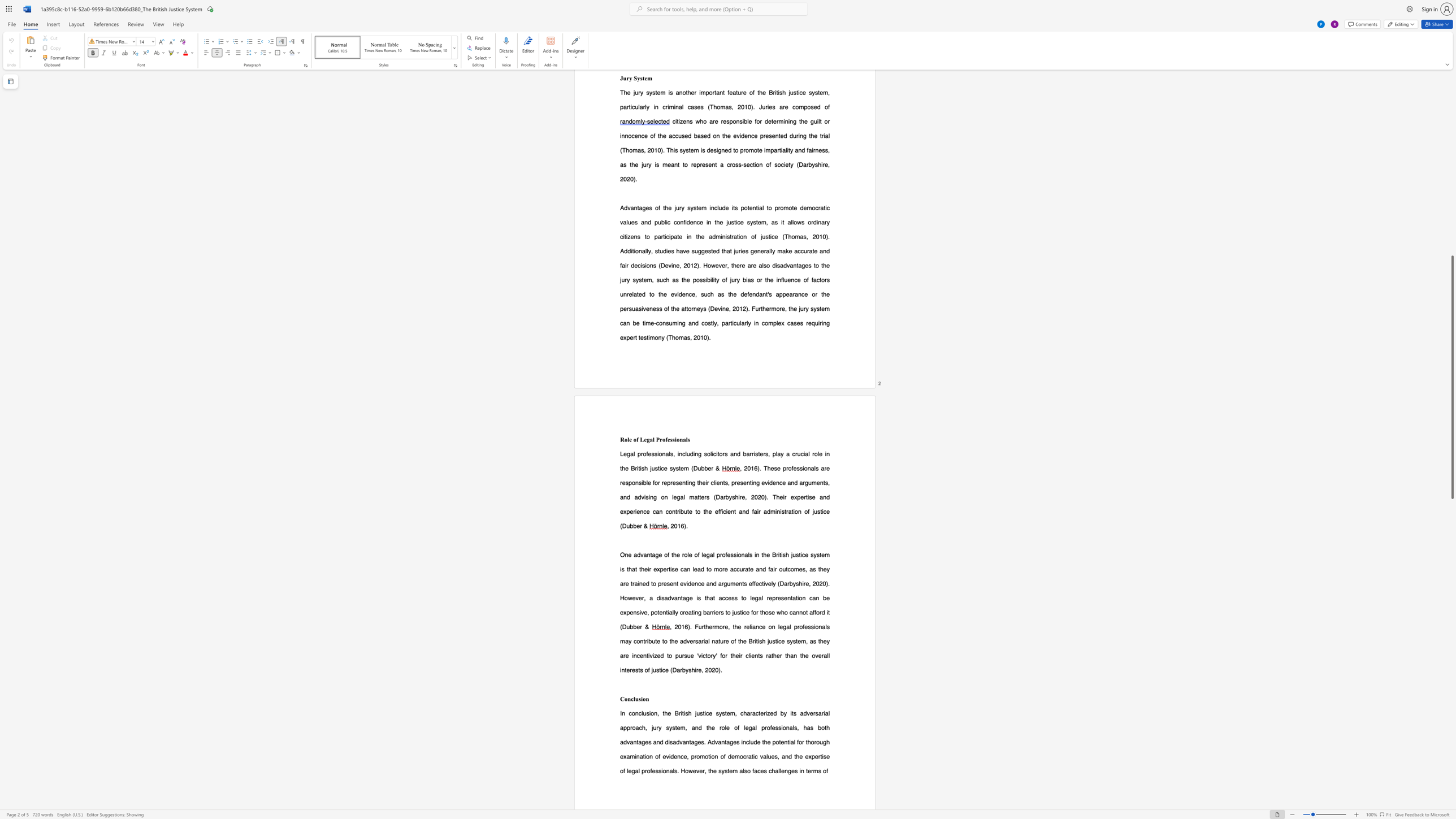  Describe the element at coordinates (749, 554) in the screenshot. I see `the subset text "s in the British justice system is that th" within the text "One advantage of the role of legal professionals in the British justice system is that their"` at that location.